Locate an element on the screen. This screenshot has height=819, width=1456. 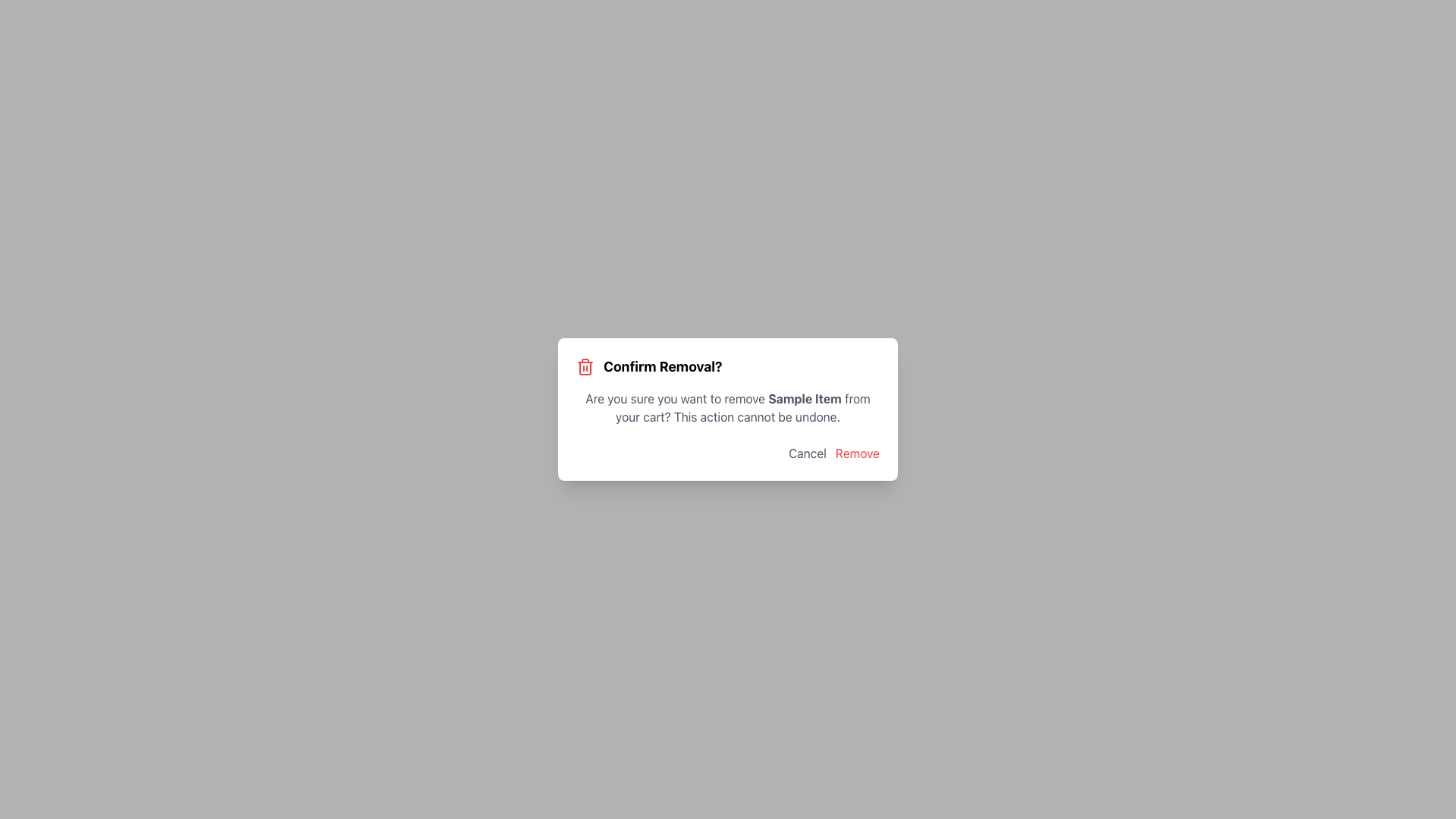
the 'Cancel' button styled in gray, located at the bottom-right corner of the confirmation dialog box, immediately to the left of the 'Remove' option is located at coordinates (807, 452).